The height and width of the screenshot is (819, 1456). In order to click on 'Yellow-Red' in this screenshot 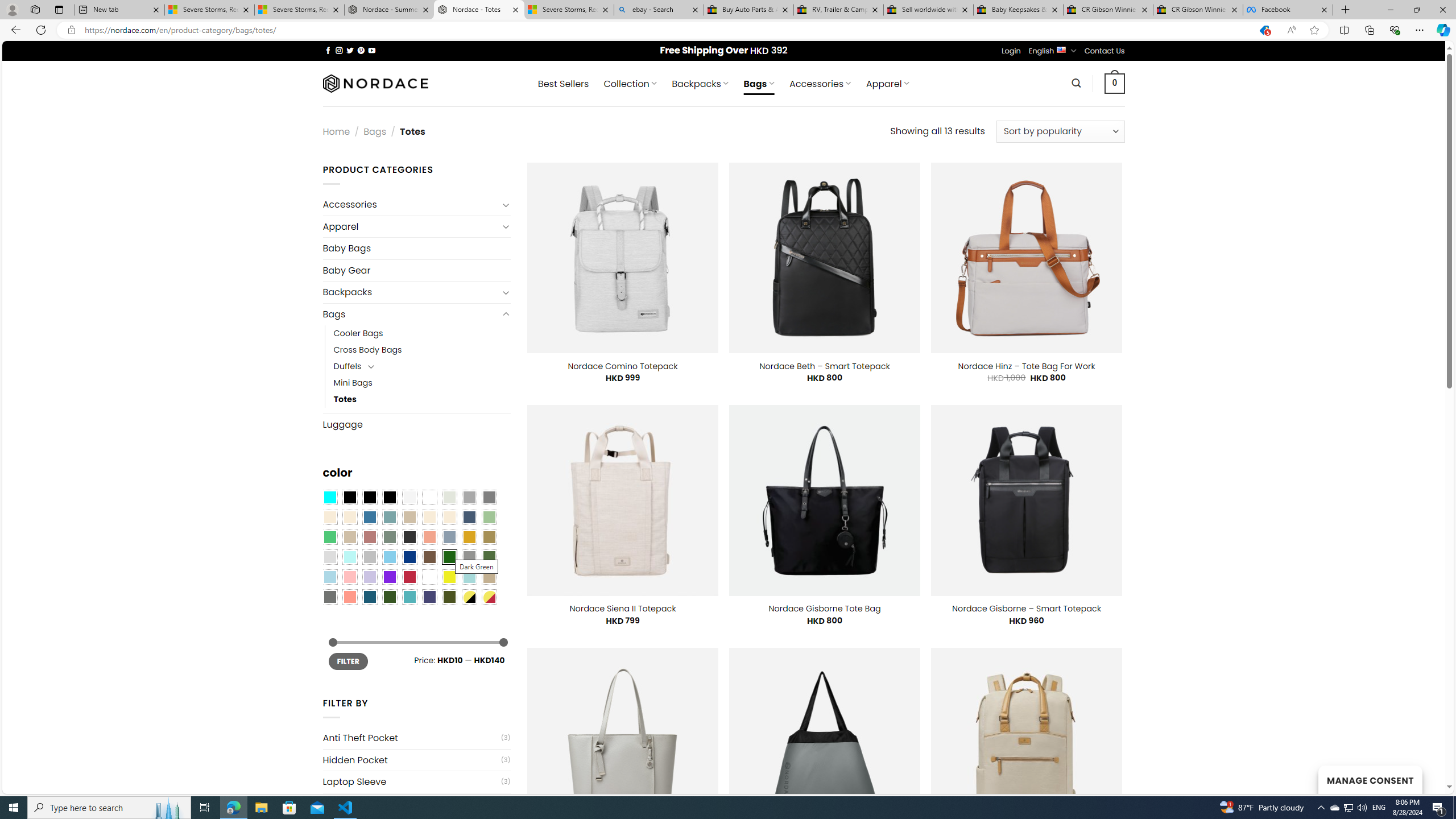, I will do `click(489, 597)`.